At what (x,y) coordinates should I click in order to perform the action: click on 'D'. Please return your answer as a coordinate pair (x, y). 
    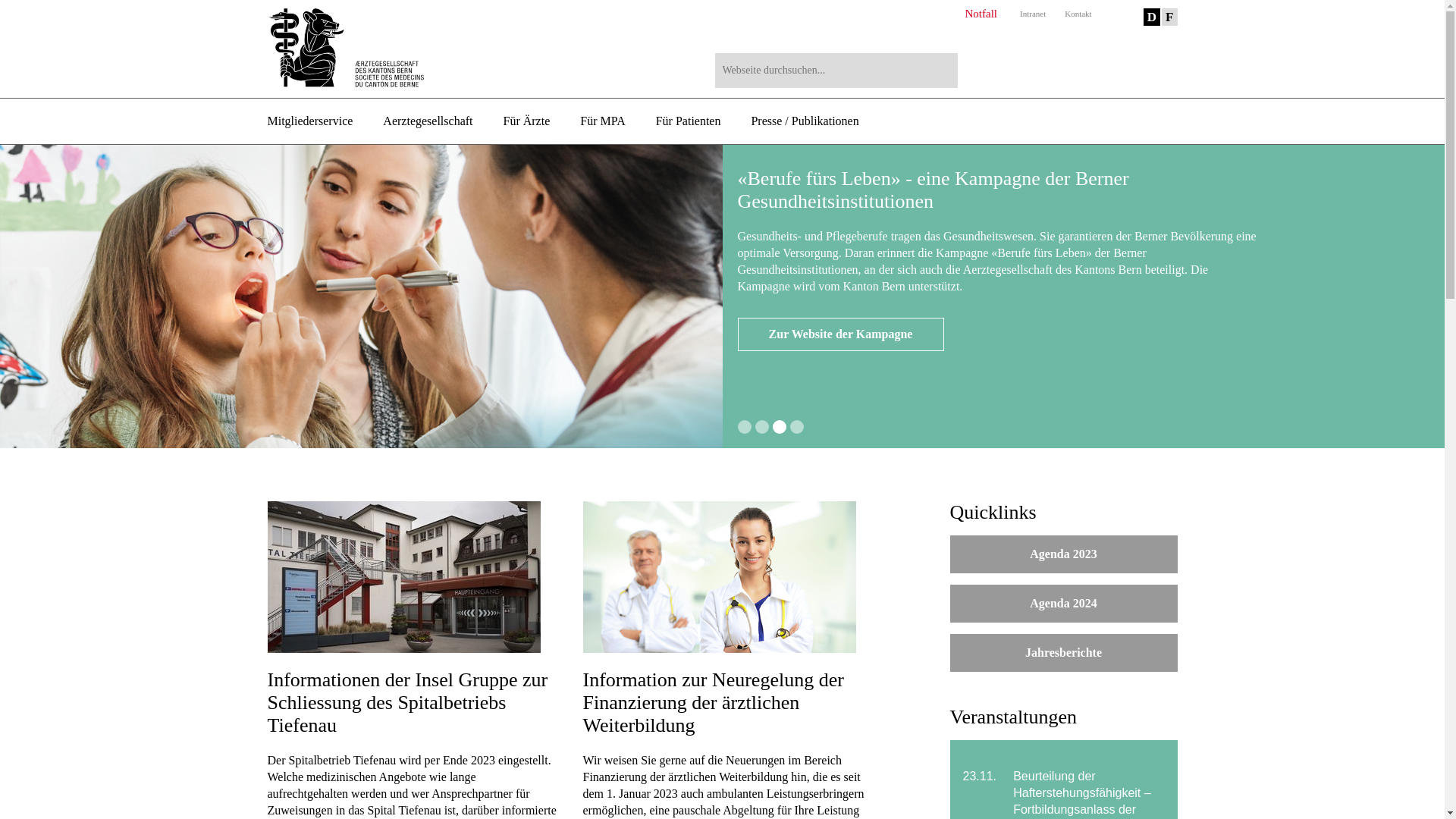
    Looking at the image, I should click on (1151, 17).